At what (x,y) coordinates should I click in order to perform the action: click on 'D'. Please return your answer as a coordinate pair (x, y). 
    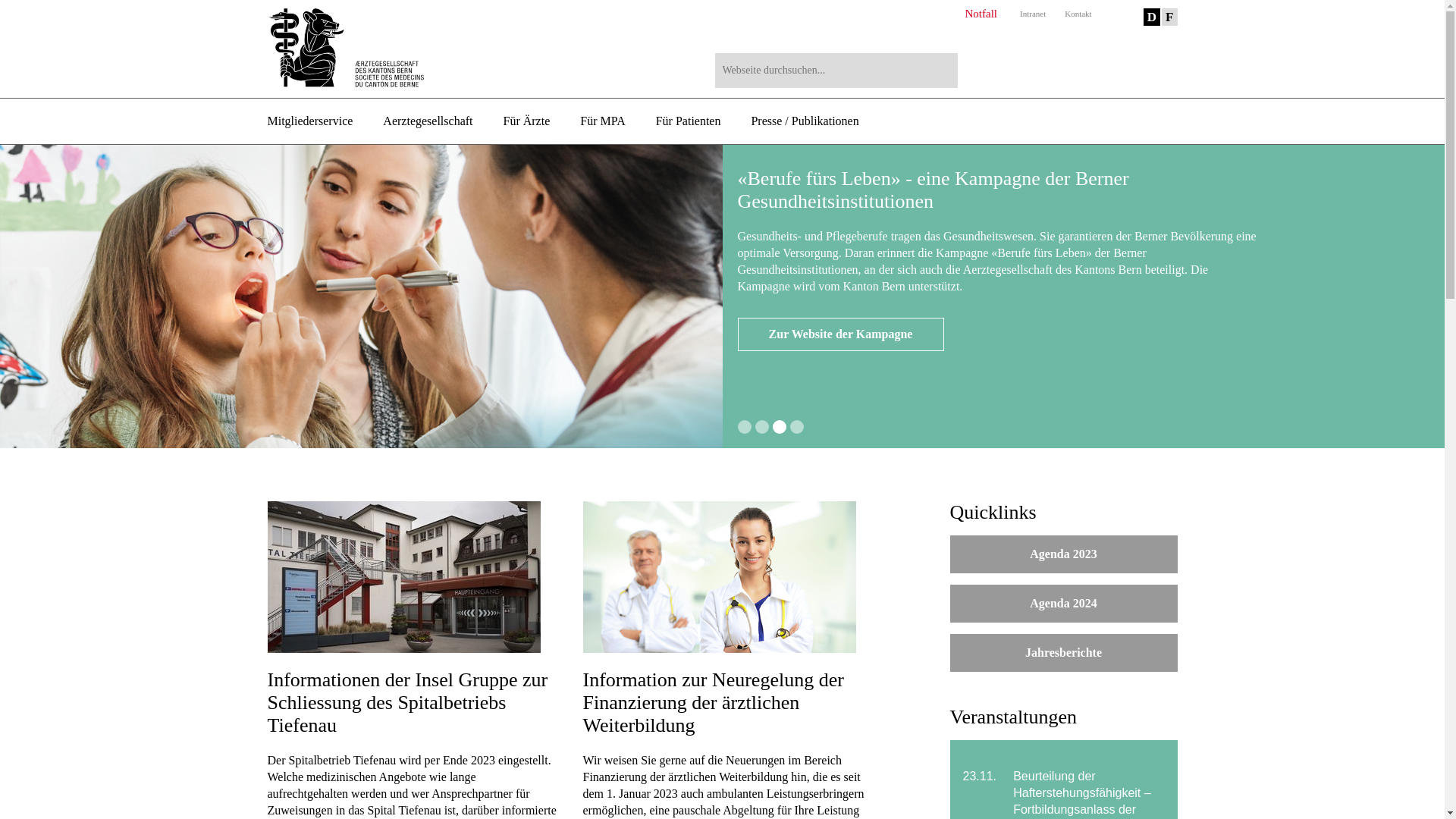
    Looking at the image, I should click on (1151, 17).